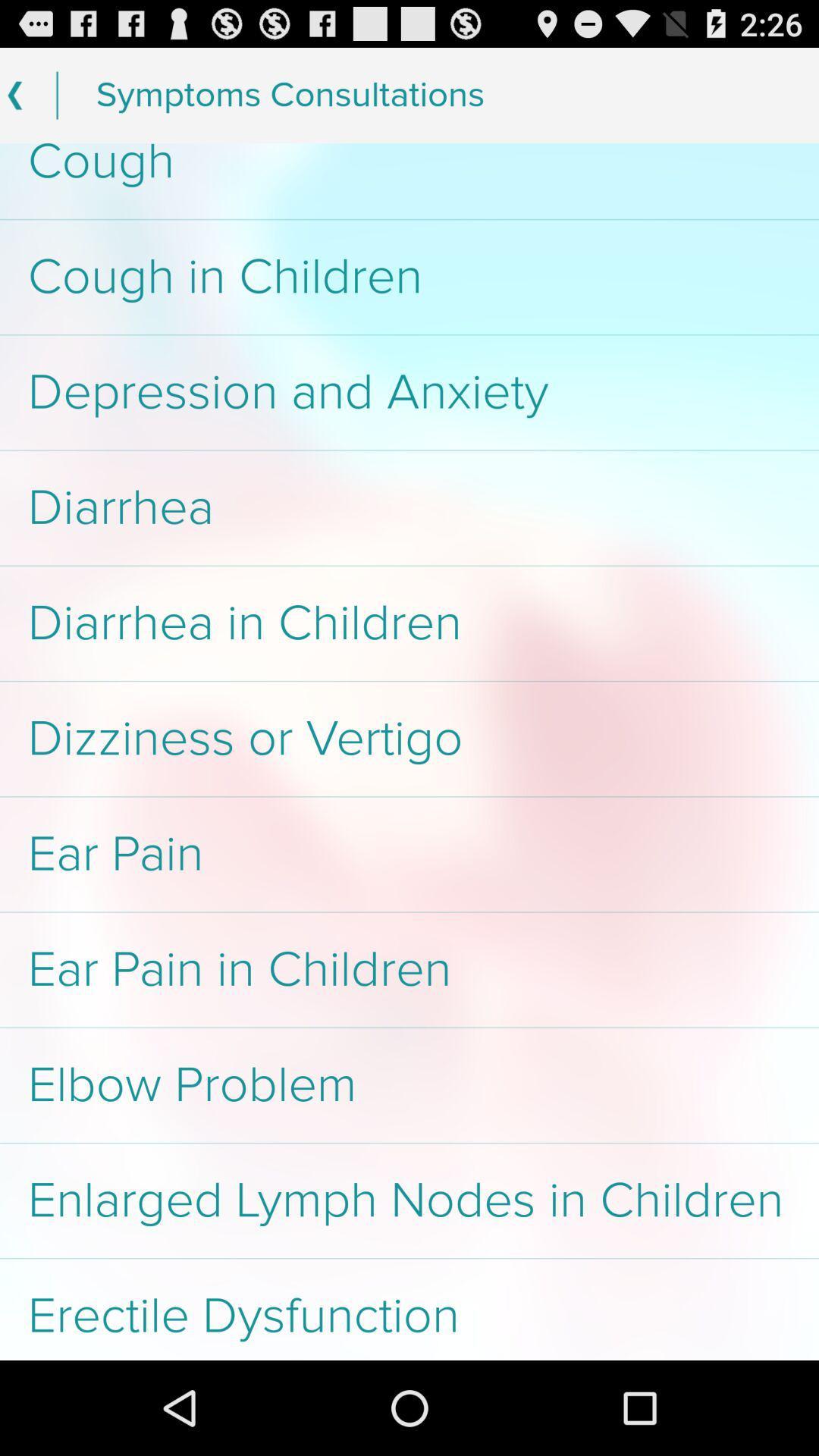 This screenshot has width=819, height=1456. I want to click on dizziness or vertigo app, so click(409, 739).